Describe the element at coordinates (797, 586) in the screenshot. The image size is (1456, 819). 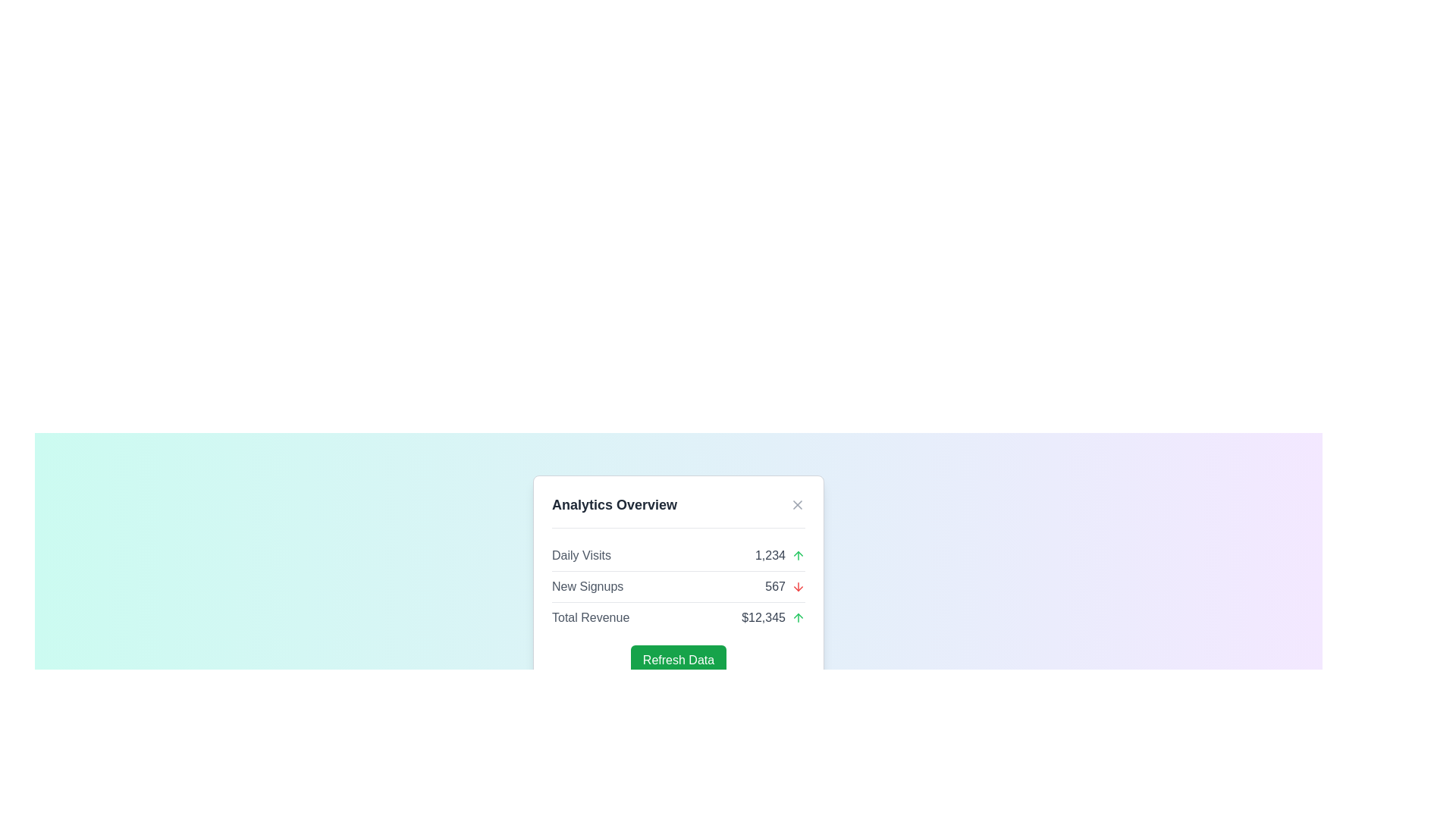
I see `the visual indicator icon located in the middle section of the 'Analytics Overview' card, next to the text 'New Signups' and to the right of the number '567'` at that location.